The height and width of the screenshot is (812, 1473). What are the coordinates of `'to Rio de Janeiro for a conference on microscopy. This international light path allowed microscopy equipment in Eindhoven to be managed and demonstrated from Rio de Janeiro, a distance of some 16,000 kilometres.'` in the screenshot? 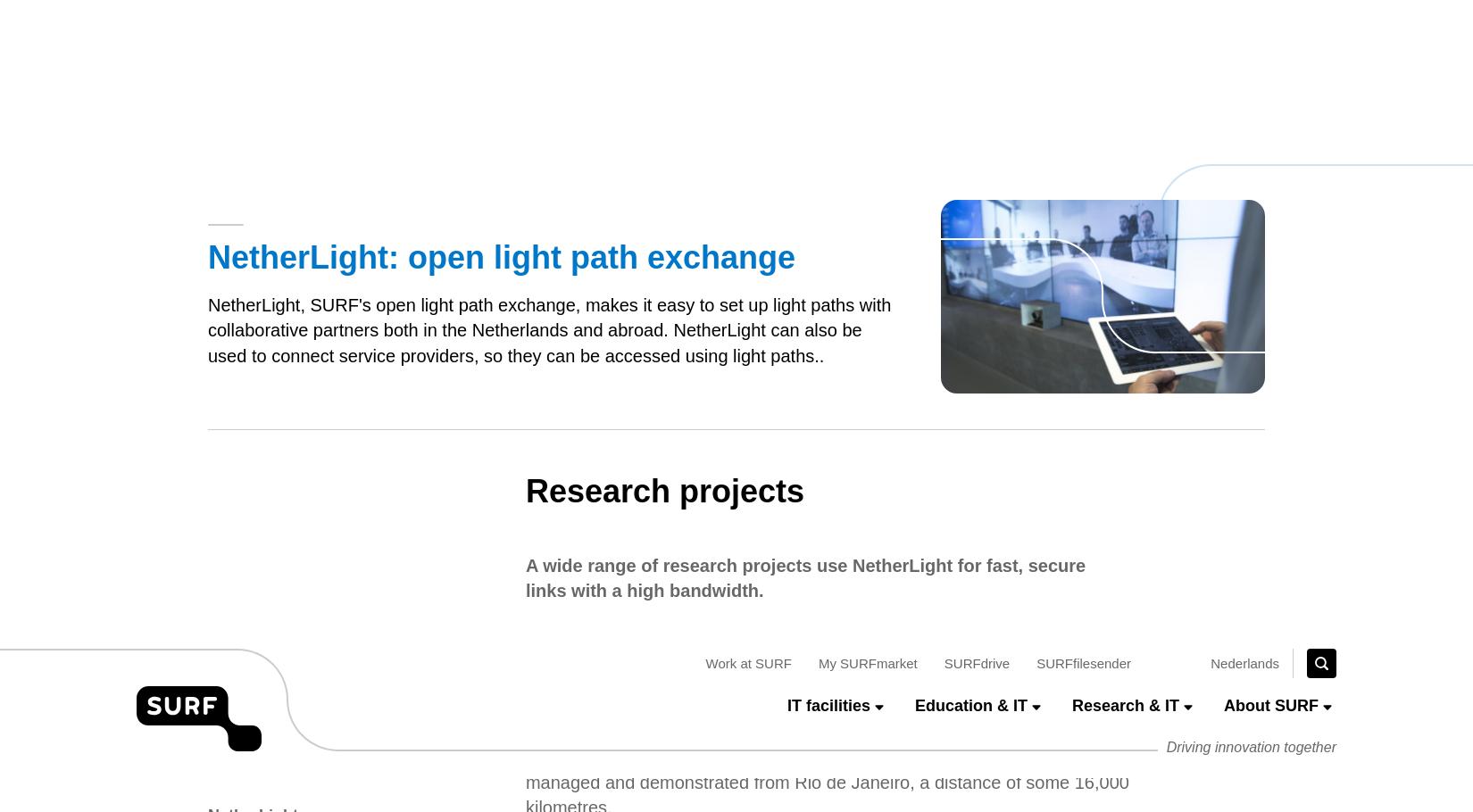 It's located at (826, 132).